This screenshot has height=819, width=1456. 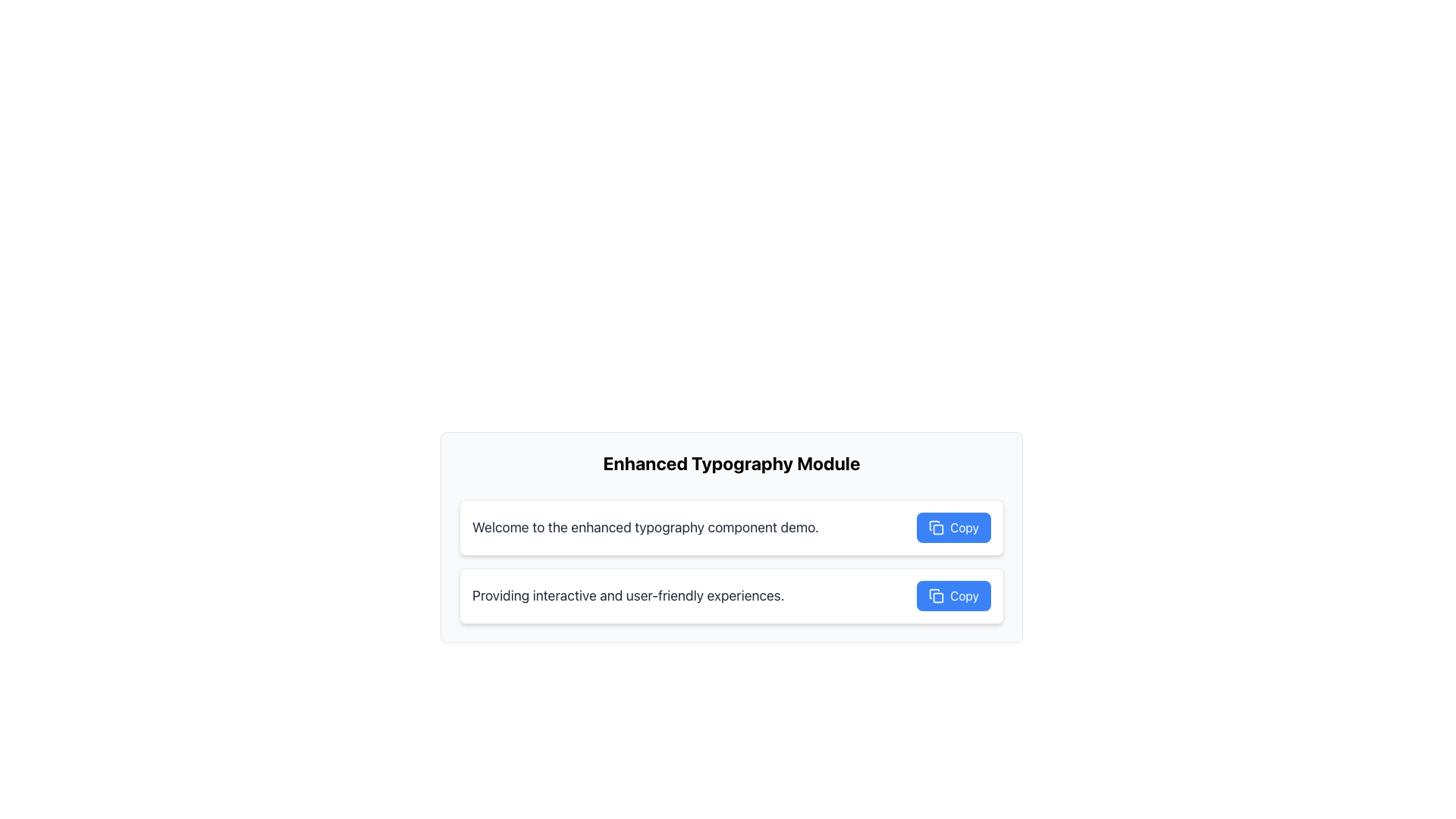 I want to click on the document copy icon embedded within the rectangular blue button labeled 'Copy', which is positioned to the right of the text 'Welcome to the enhanced typography component demo.', so click(x=936, y=526).